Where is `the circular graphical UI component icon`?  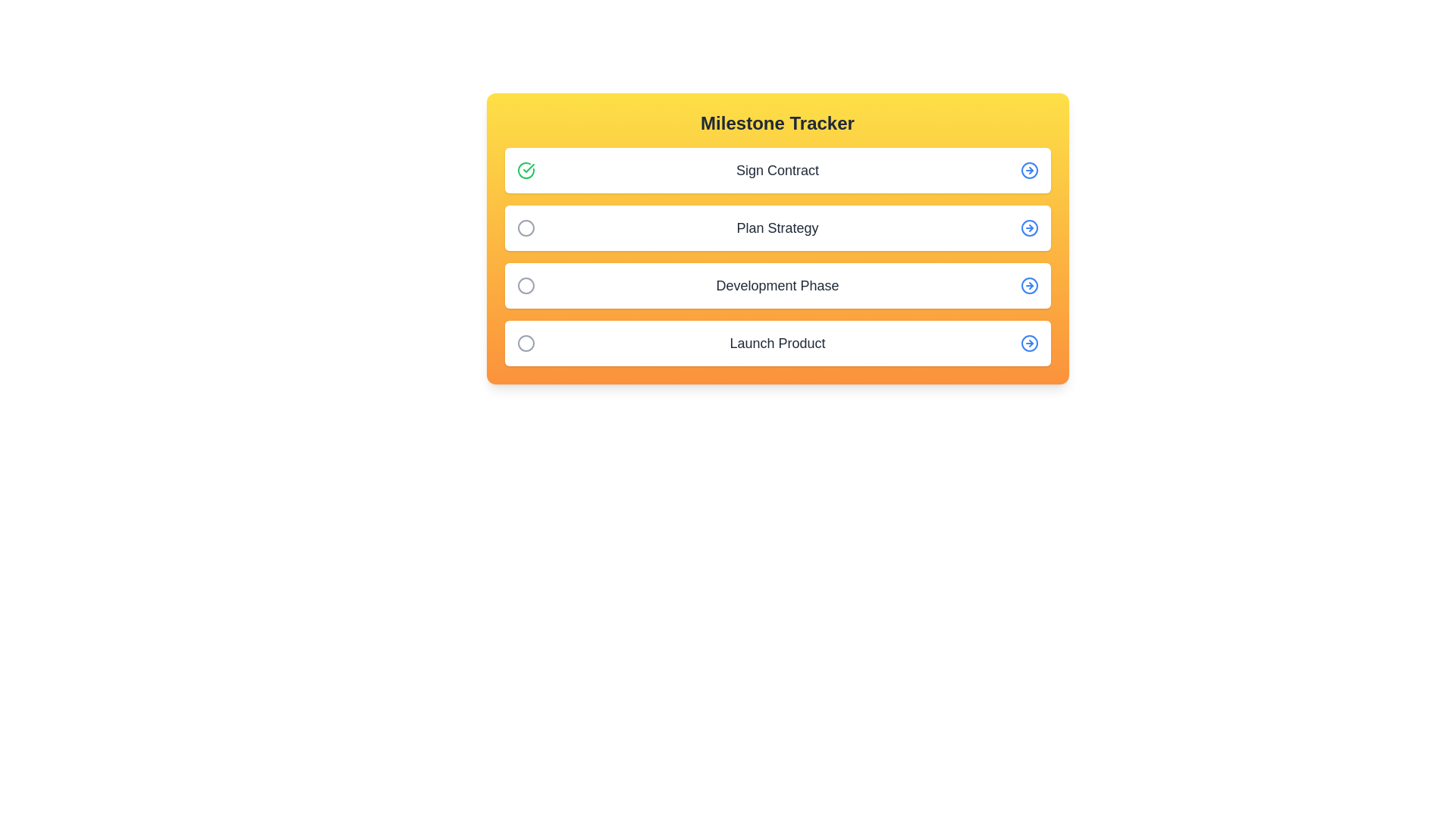 the circular graphical UI component icon is located at coordinates (1029, 343).